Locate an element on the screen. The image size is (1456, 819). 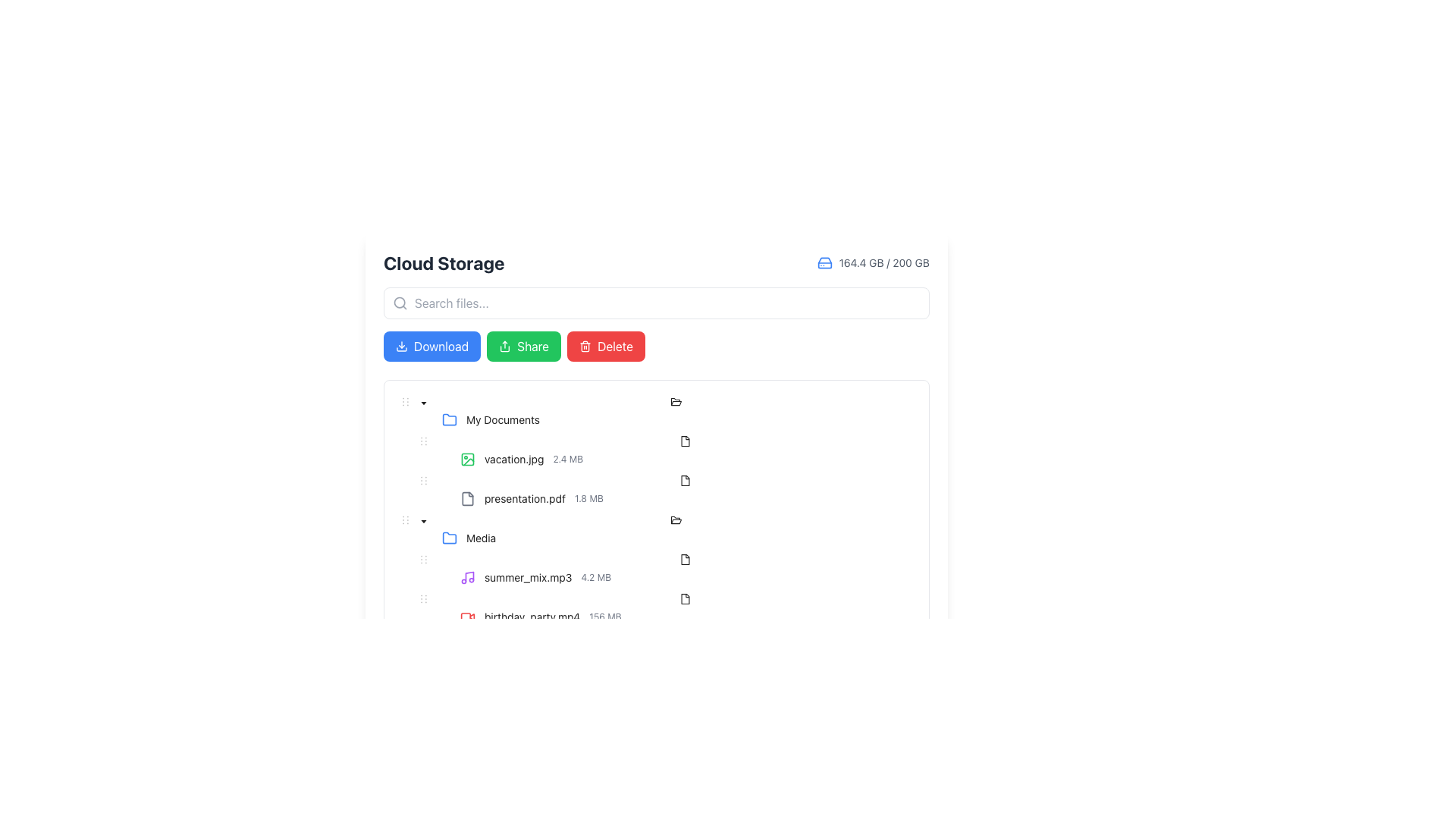
the folder icon located to the right of the text 'Media' in the list view section of the interface is located at coordinates (676, 400).